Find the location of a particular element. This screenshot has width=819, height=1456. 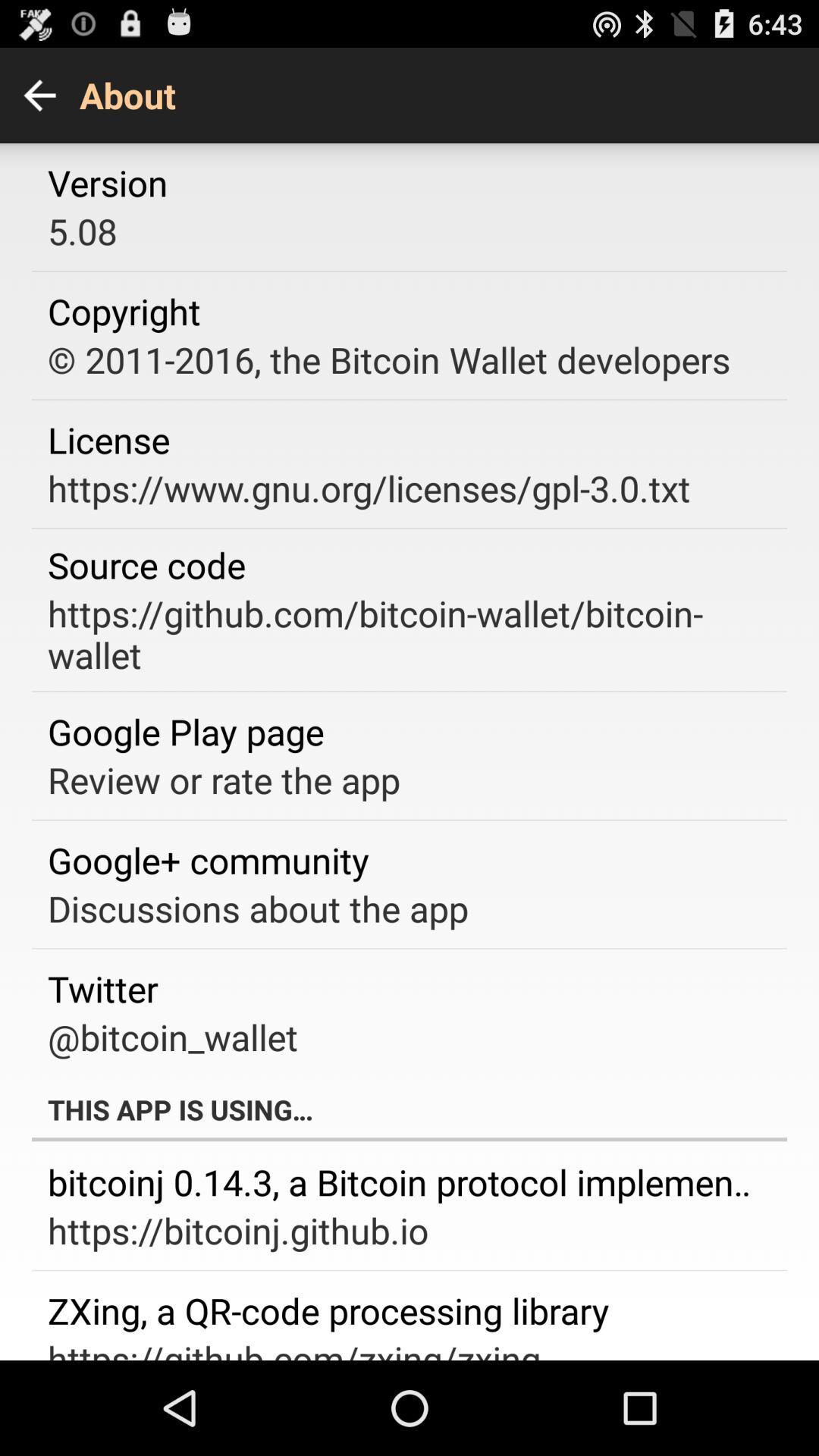

the icon above the google+ community item is located at coordinates (224, 780).